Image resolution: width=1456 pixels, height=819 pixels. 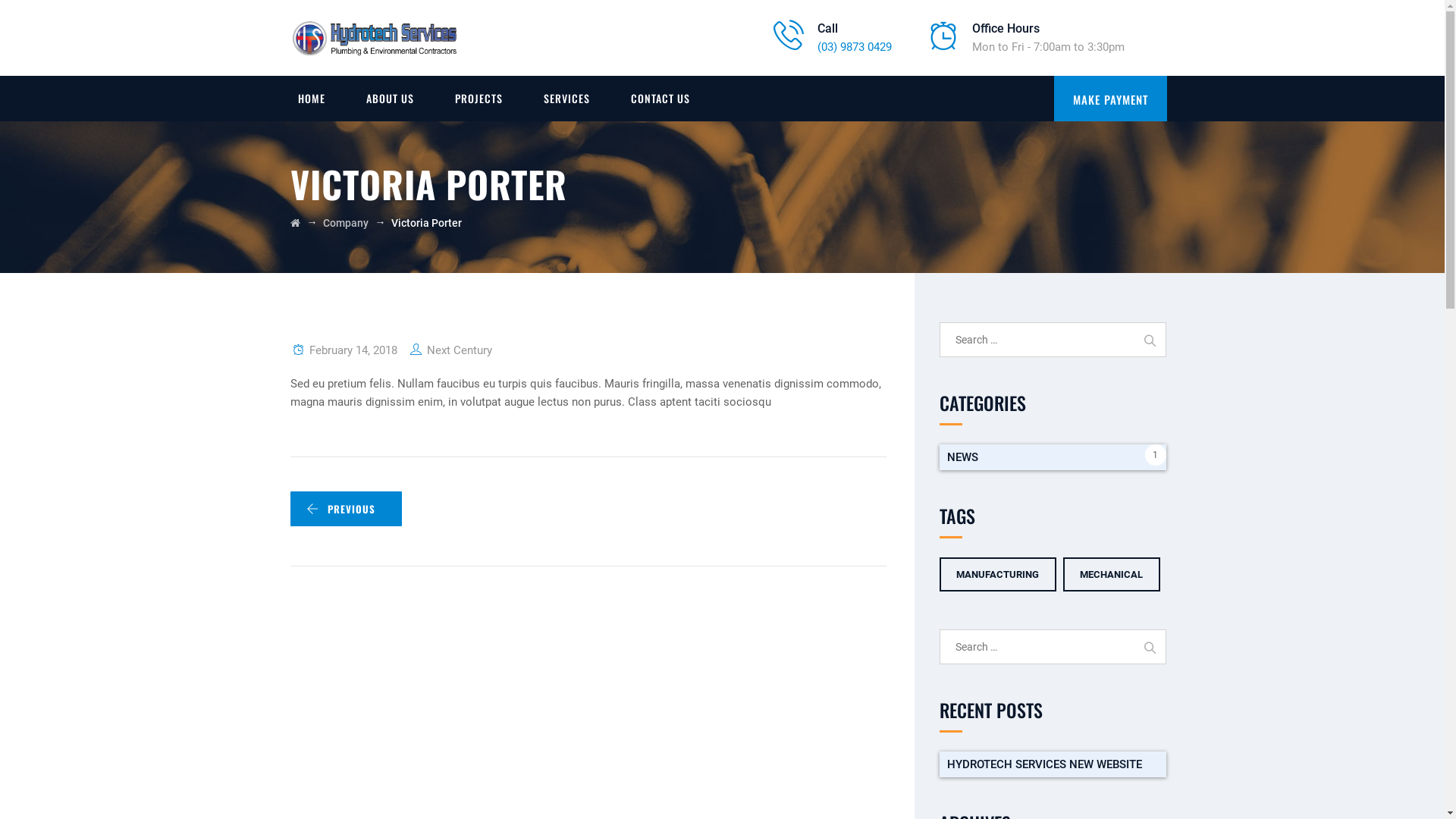 What do you see at coordinates (1110, 99) in the screenshot?
I see `'MAKE PAYMENT'` at bounding box center [1110, 99].